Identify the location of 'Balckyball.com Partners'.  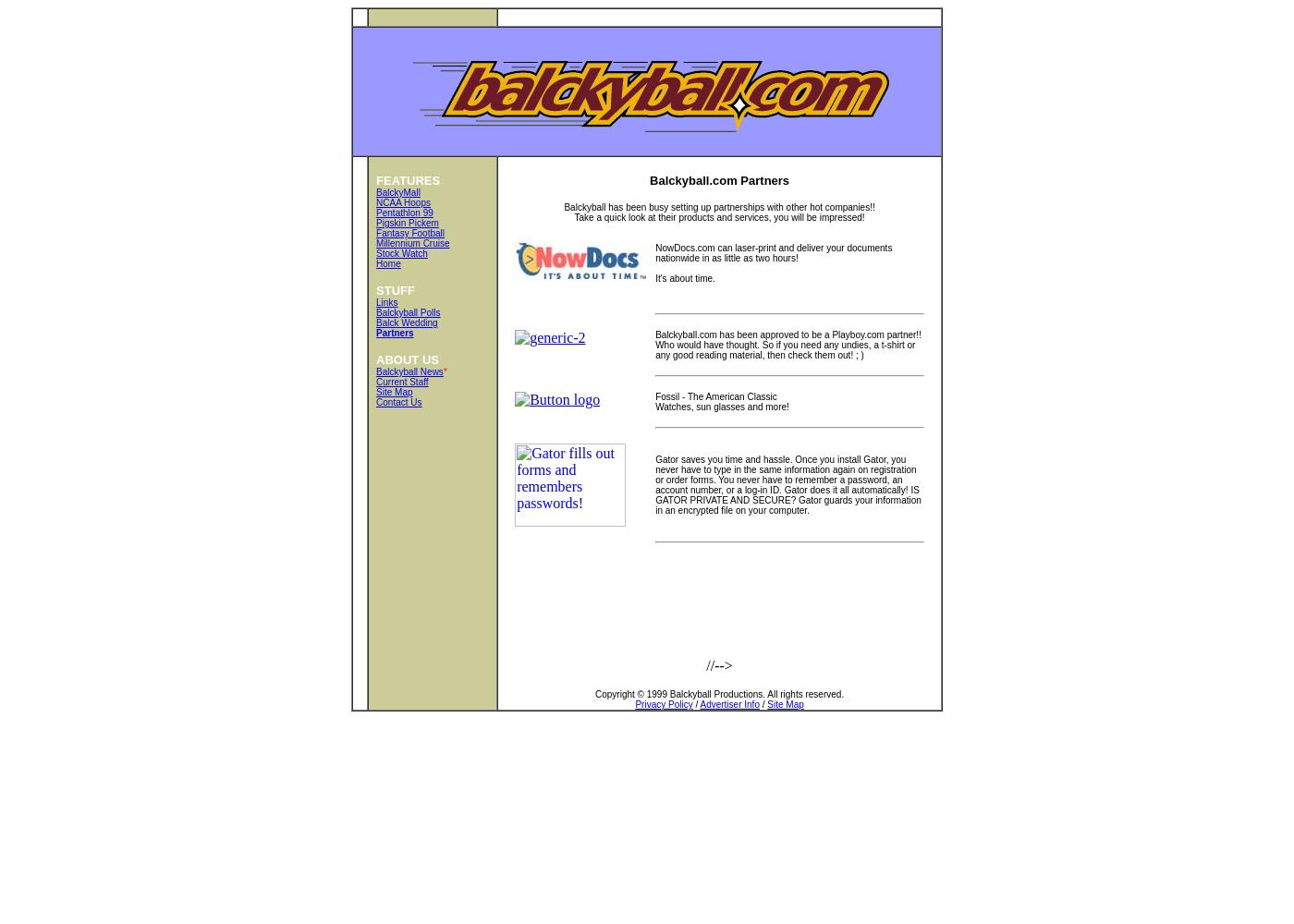
(649, 179).